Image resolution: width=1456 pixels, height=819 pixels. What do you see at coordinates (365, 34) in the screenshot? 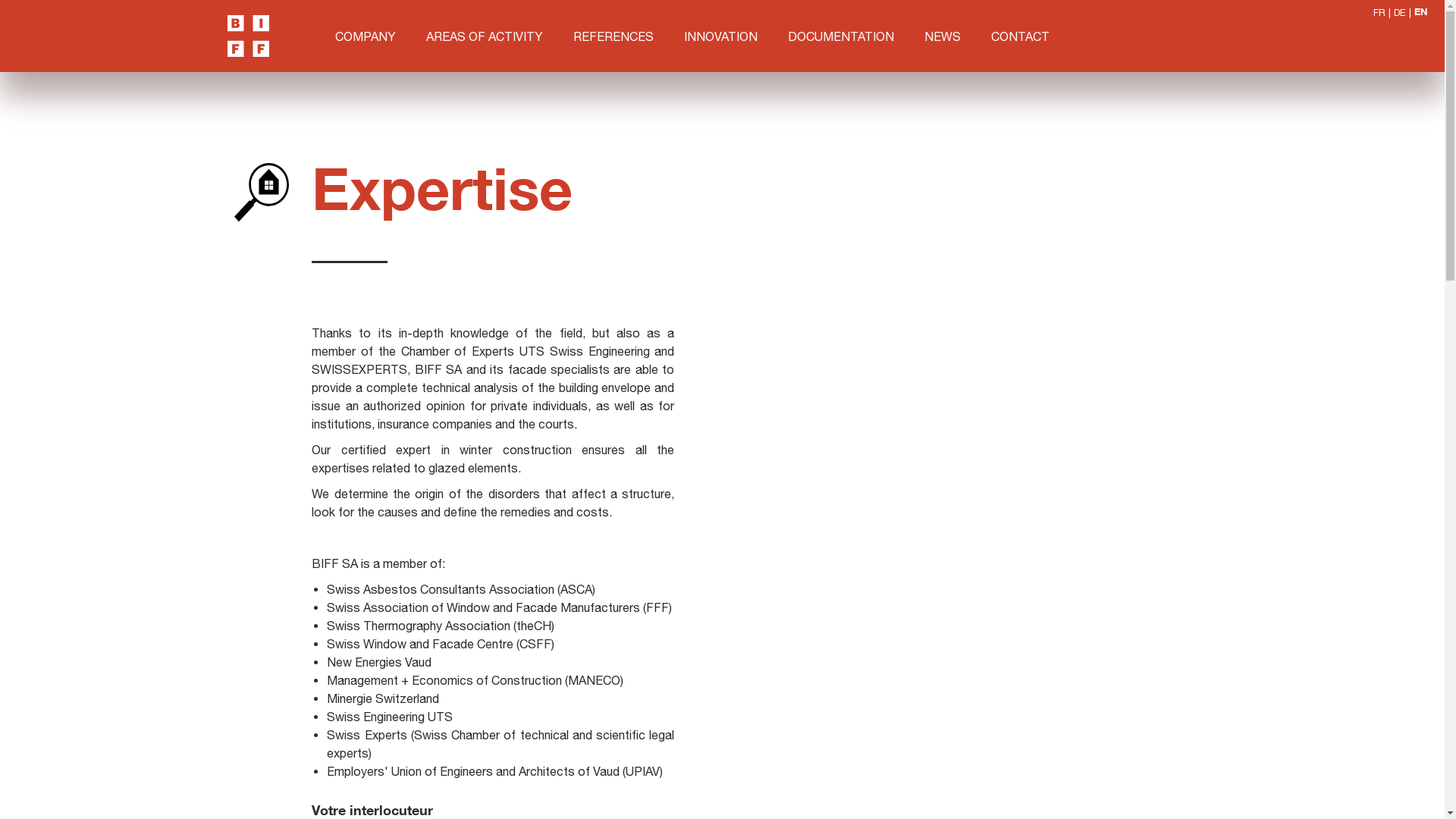
I see `'COMPANY'` at bounding box center [365, 34].